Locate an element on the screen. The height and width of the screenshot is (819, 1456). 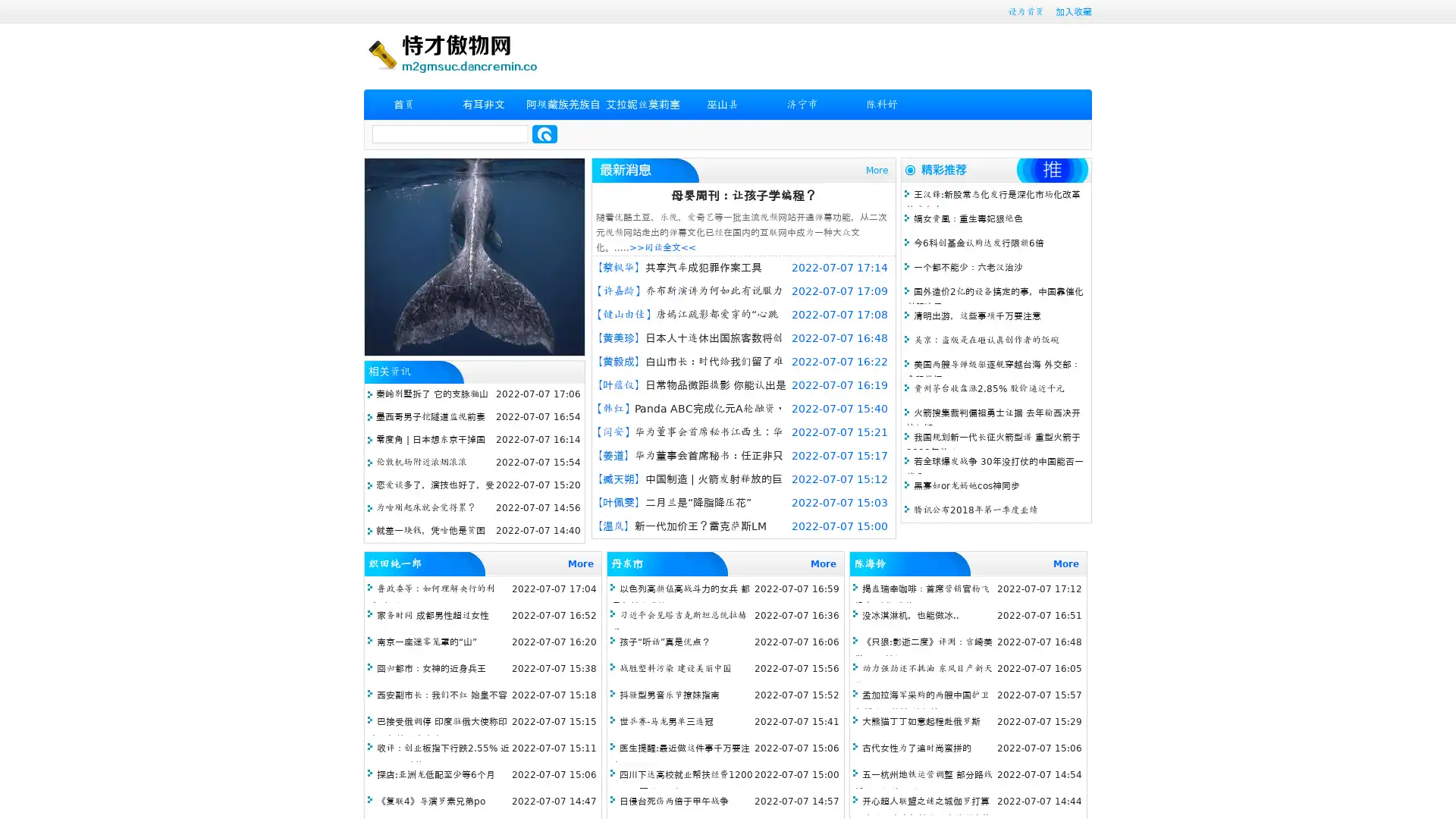
Search is located at coordinates (544, 133).